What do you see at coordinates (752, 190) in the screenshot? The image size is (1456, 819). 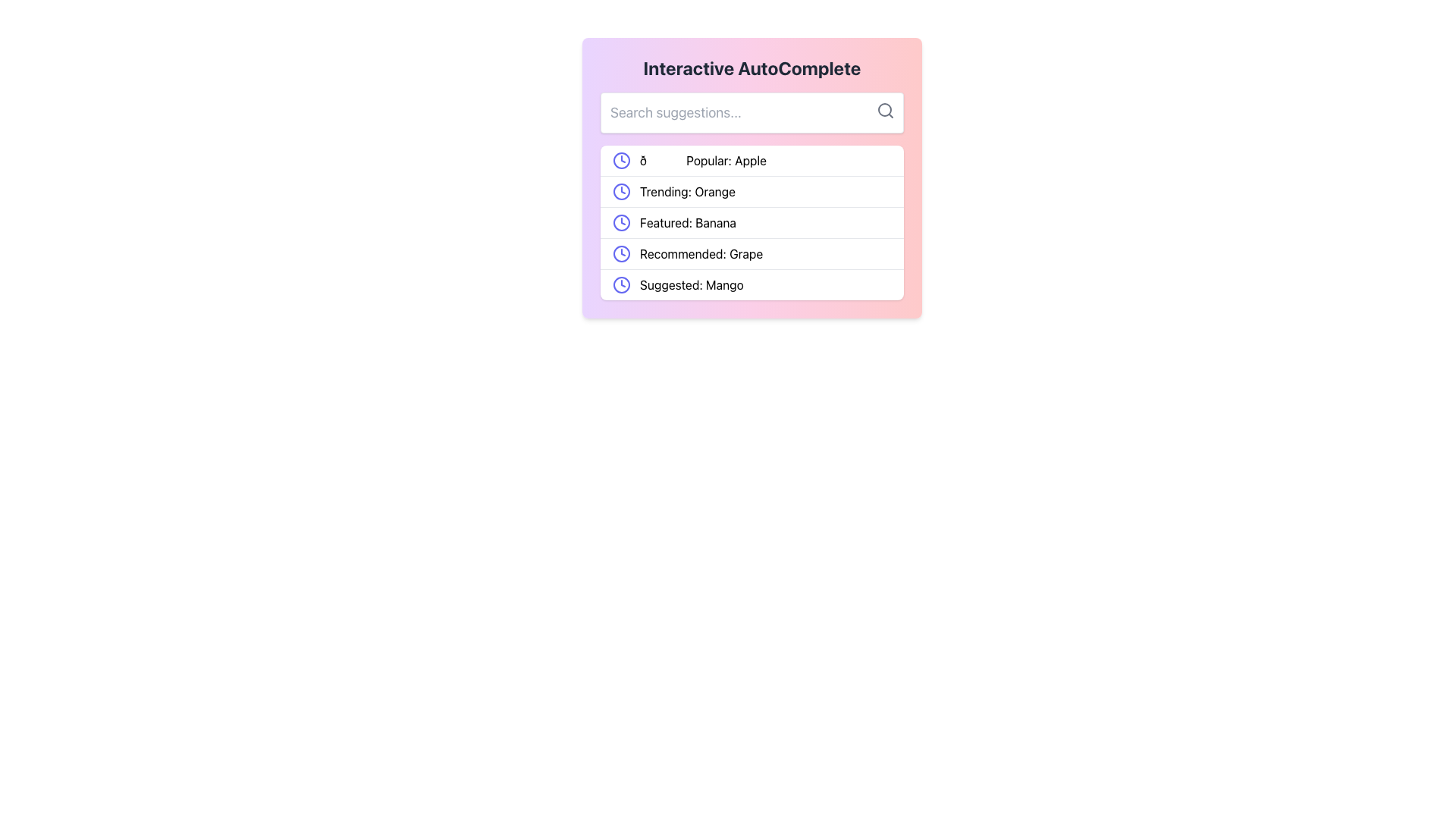 I see `the trending topic list item labeled as 'Orange', which is positioned below 'Popular: Apple' and above 'Featured: Banana'` at bounding box center [752, 190].